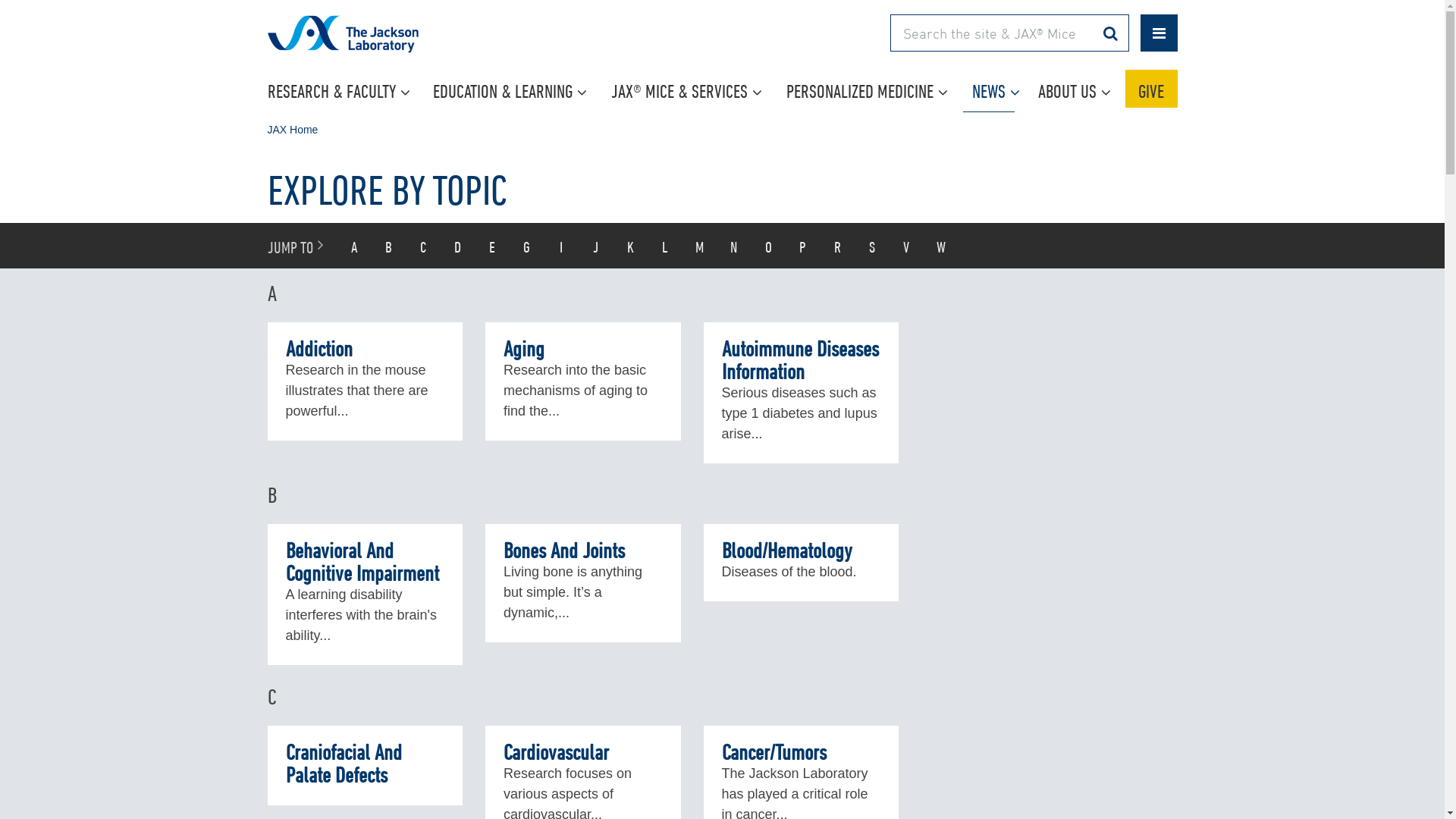 This screenshot has height=819, width=1456. Describe the element at coordinates (1151, 88) in the screenshot. I see `'GIVE'` at that location.